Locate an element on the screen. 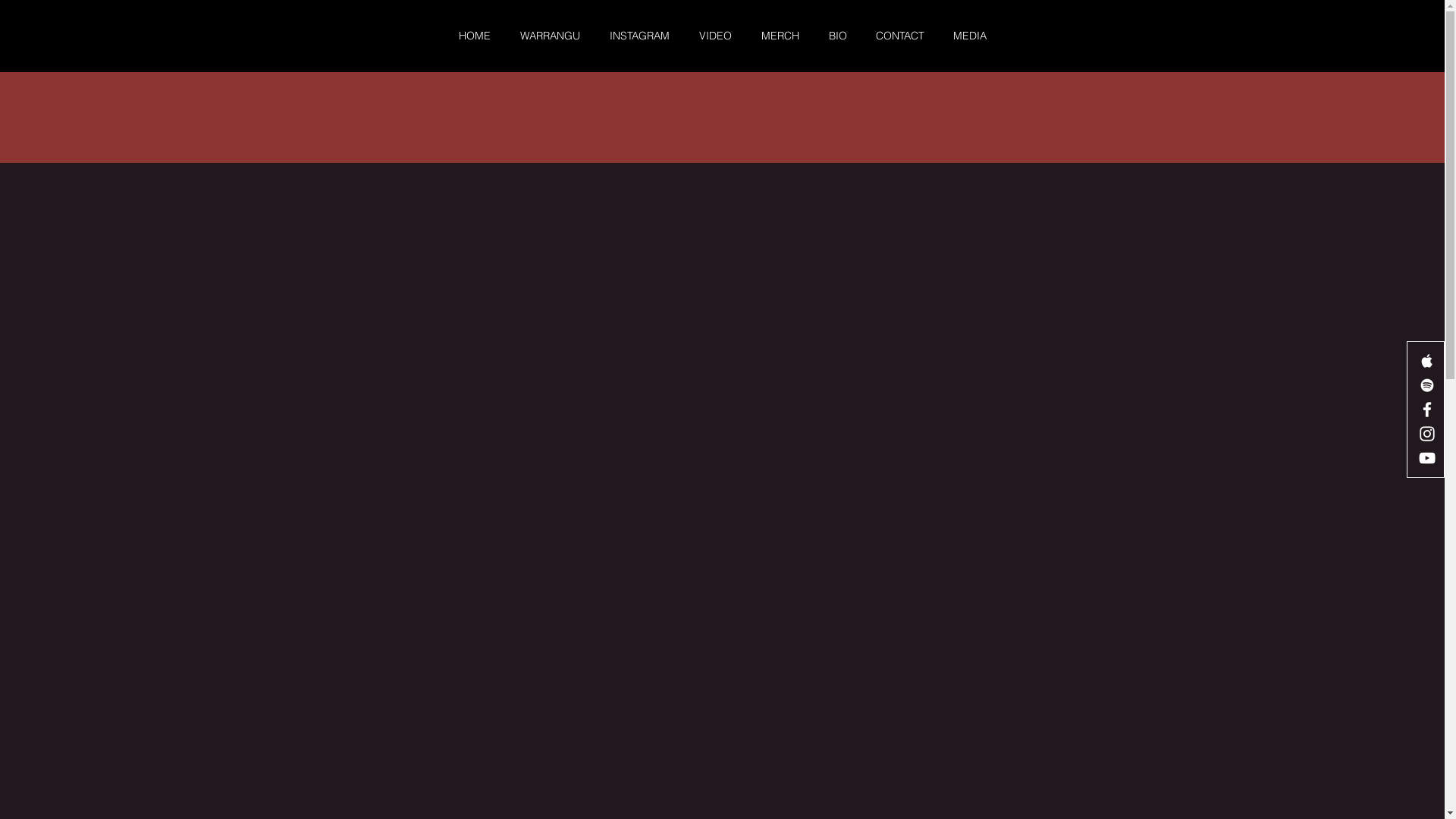 Image resolution: width=1456 pixels, height=819 pixels. 'HOME' is located at coordinates (474, 35).